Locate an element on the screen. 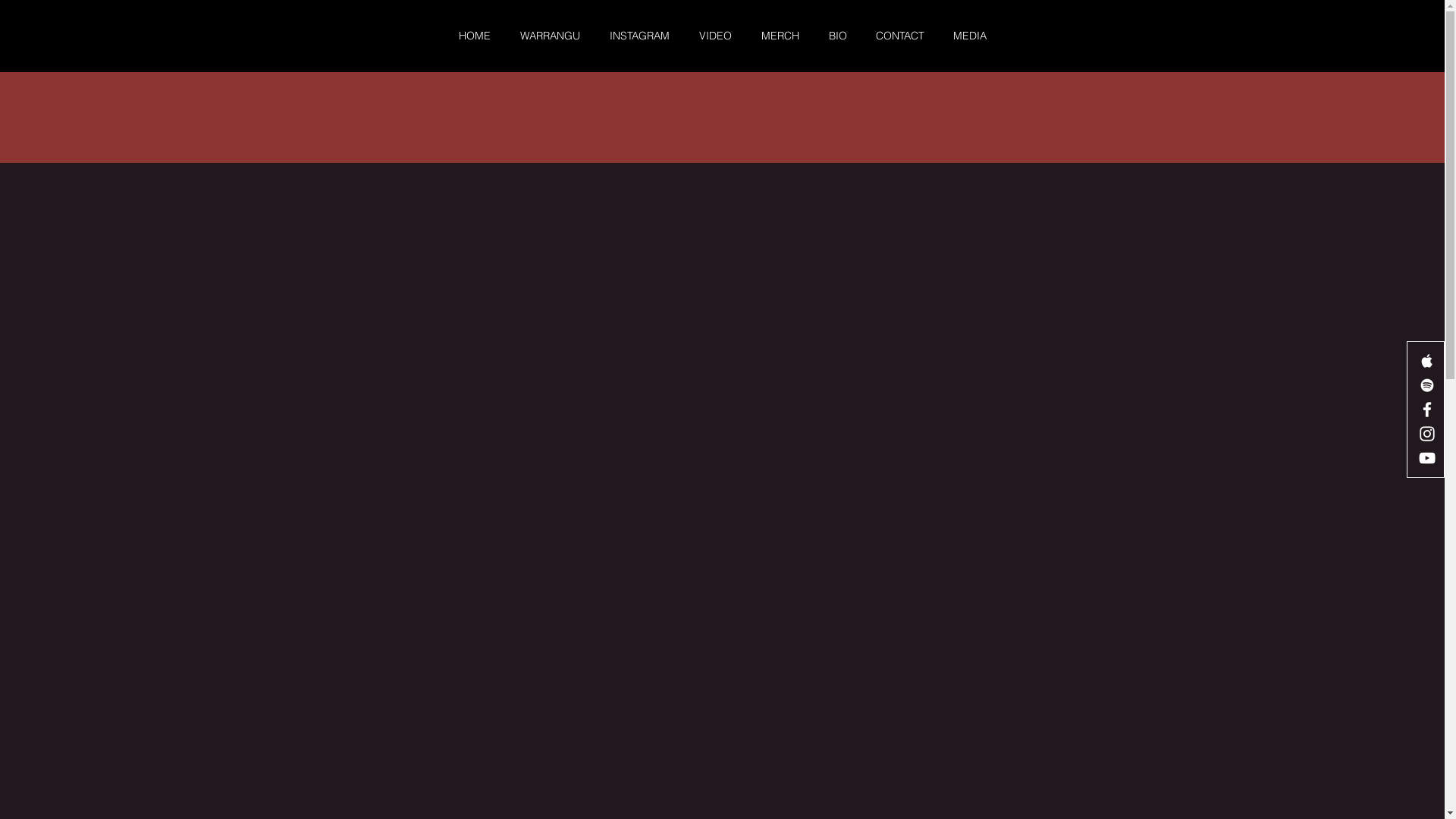 Image resolution: width=1456 pixels, height=819 pixels. 'HOME' is located at coordinates (474, 35).